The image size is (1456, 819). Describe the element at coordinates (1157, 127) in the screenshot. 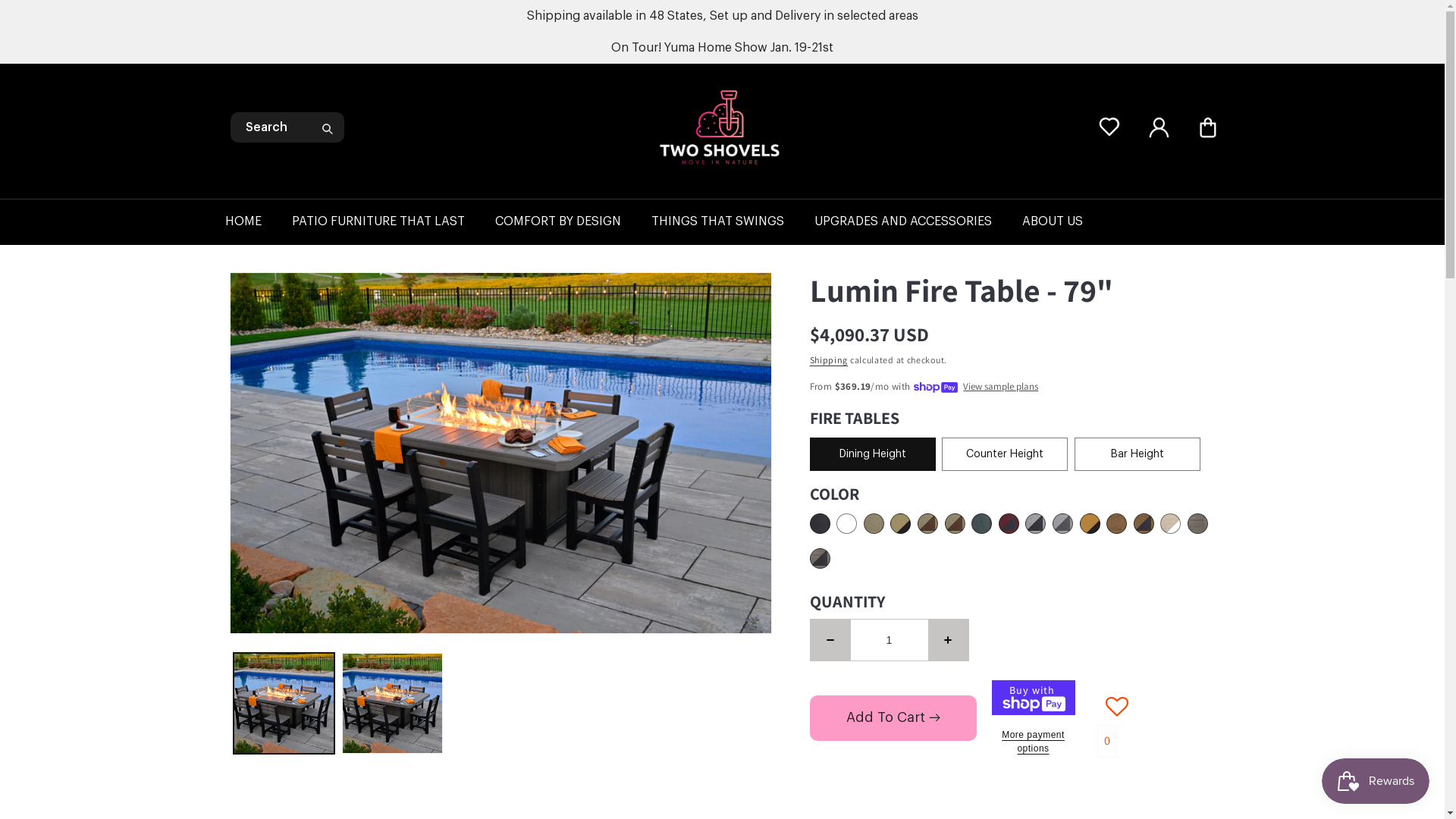

I see `'Log in'` at that location.